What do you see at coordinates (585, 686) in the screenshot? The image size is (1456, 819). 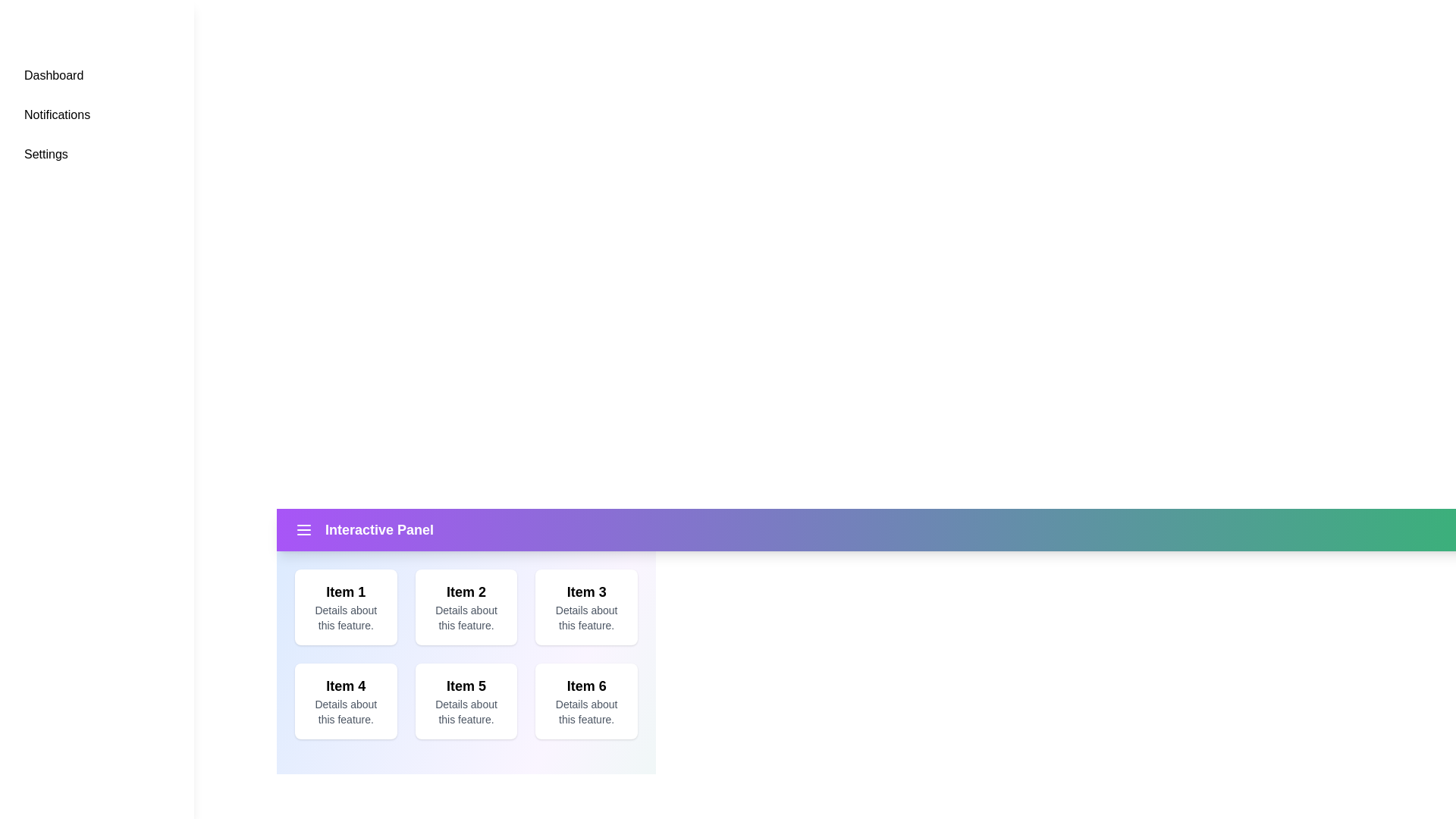 I see `the text label displaying 'Item 6', which is styled with a bold font and positioned in the bottom-right corner of a 2x3 grid layout` at bounding box center [585, 686].